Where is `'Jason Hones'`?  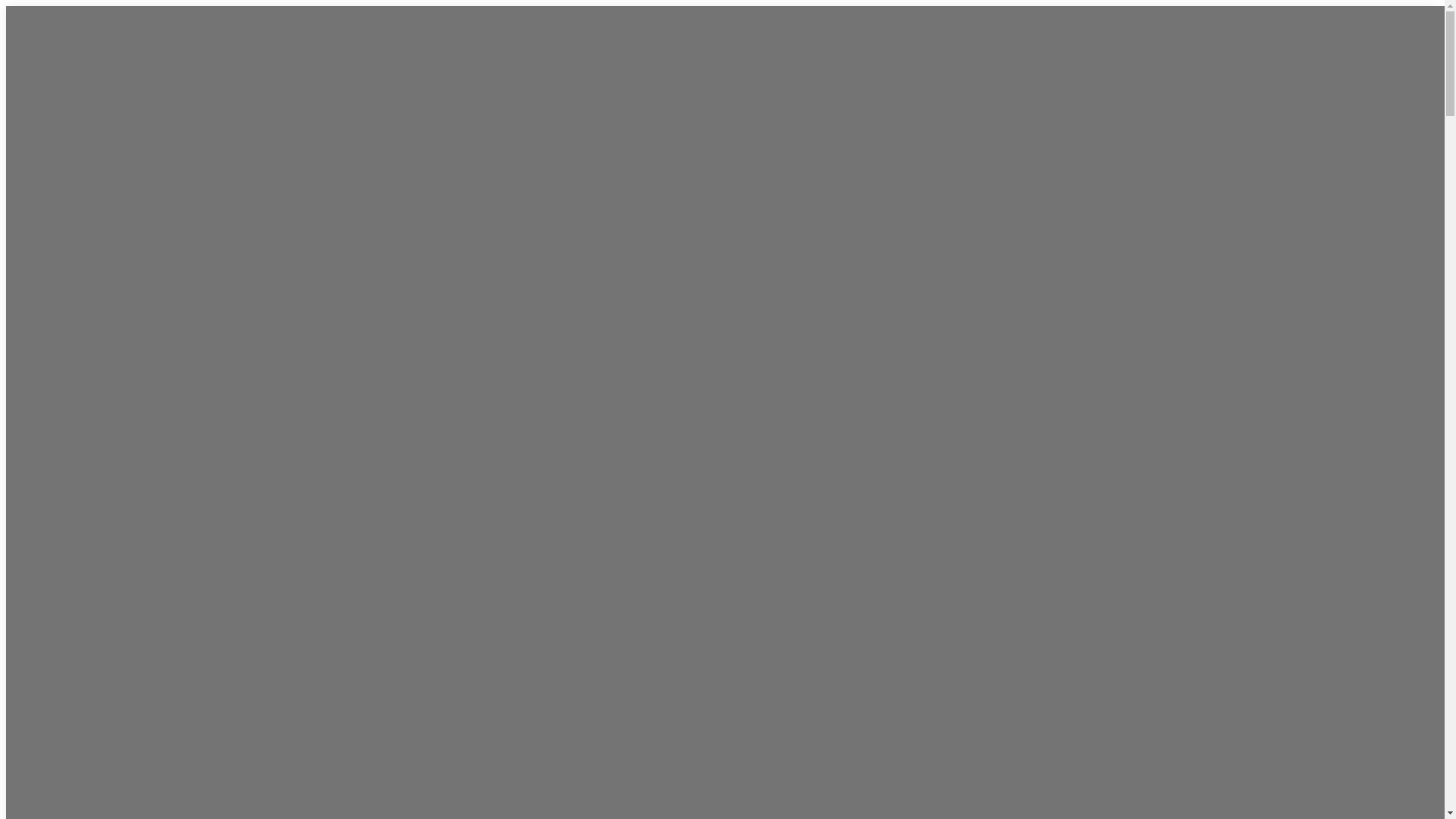
'Jason Hones' is located at coordinates (667, 347).